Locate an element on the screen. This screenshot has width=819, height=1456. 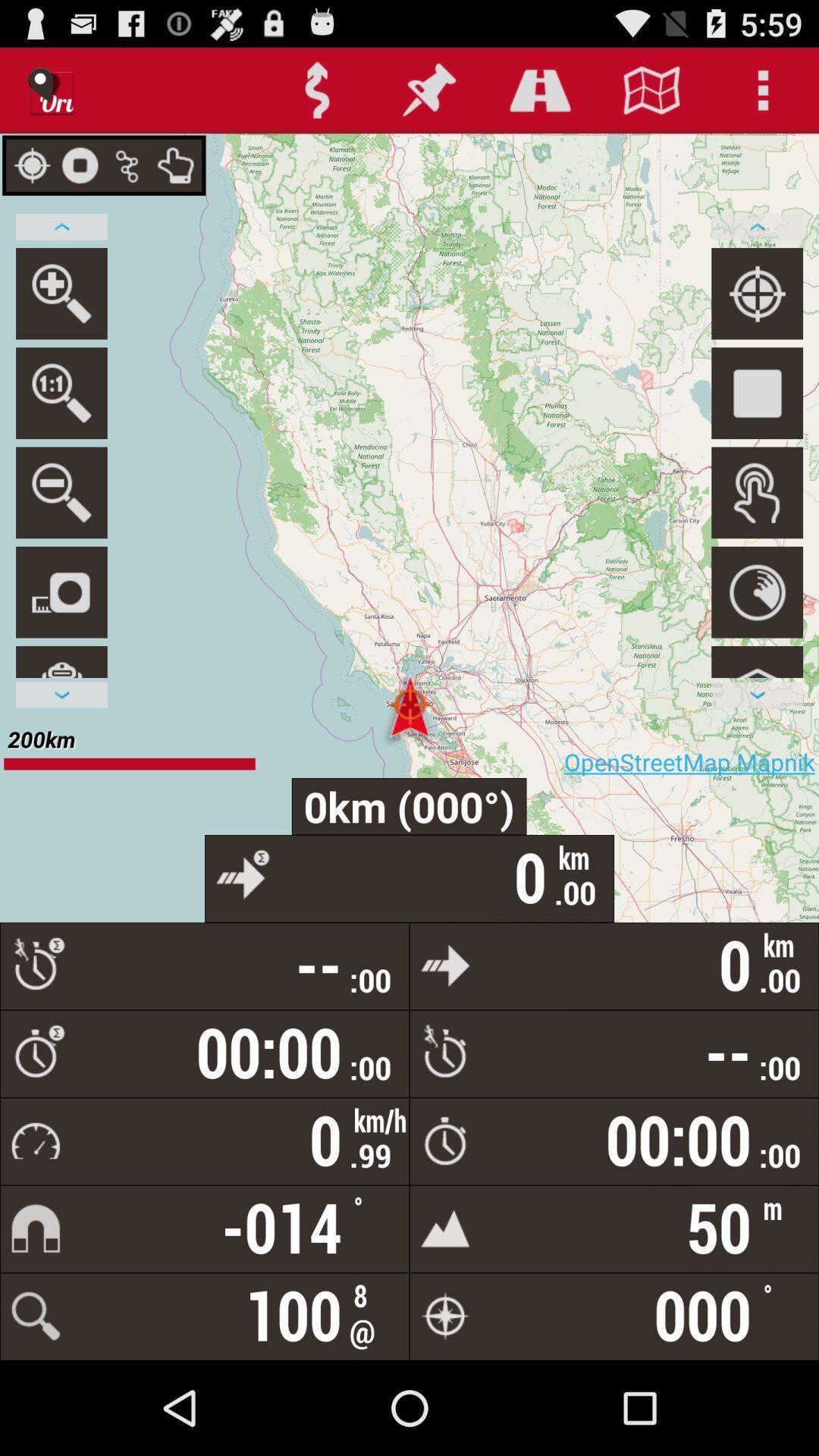
the location_crosshair icon is located at coordinates (757, 313).